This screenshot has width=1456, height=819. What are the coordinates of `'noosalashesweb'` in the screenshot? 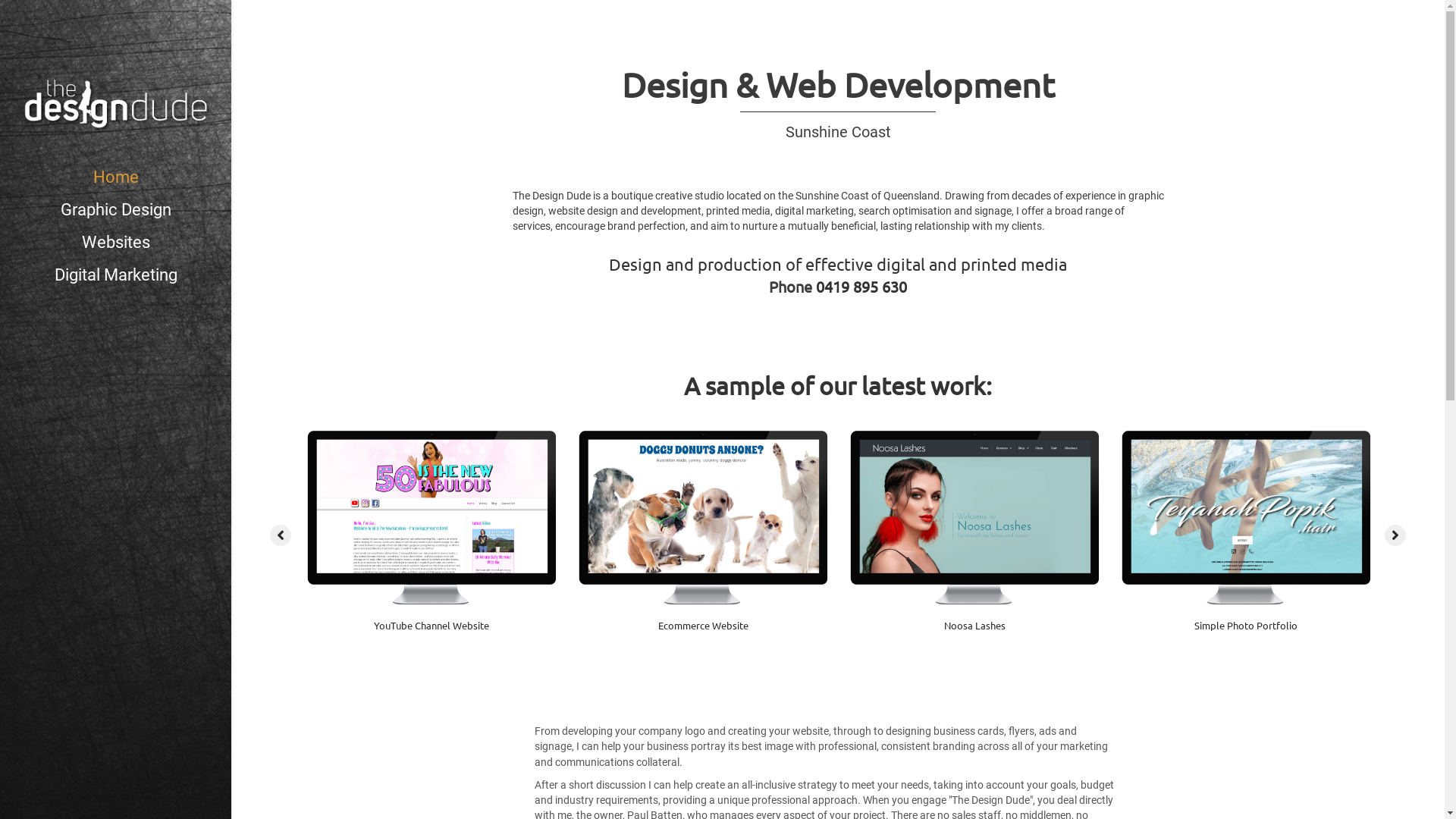 It's located at (974, 516).